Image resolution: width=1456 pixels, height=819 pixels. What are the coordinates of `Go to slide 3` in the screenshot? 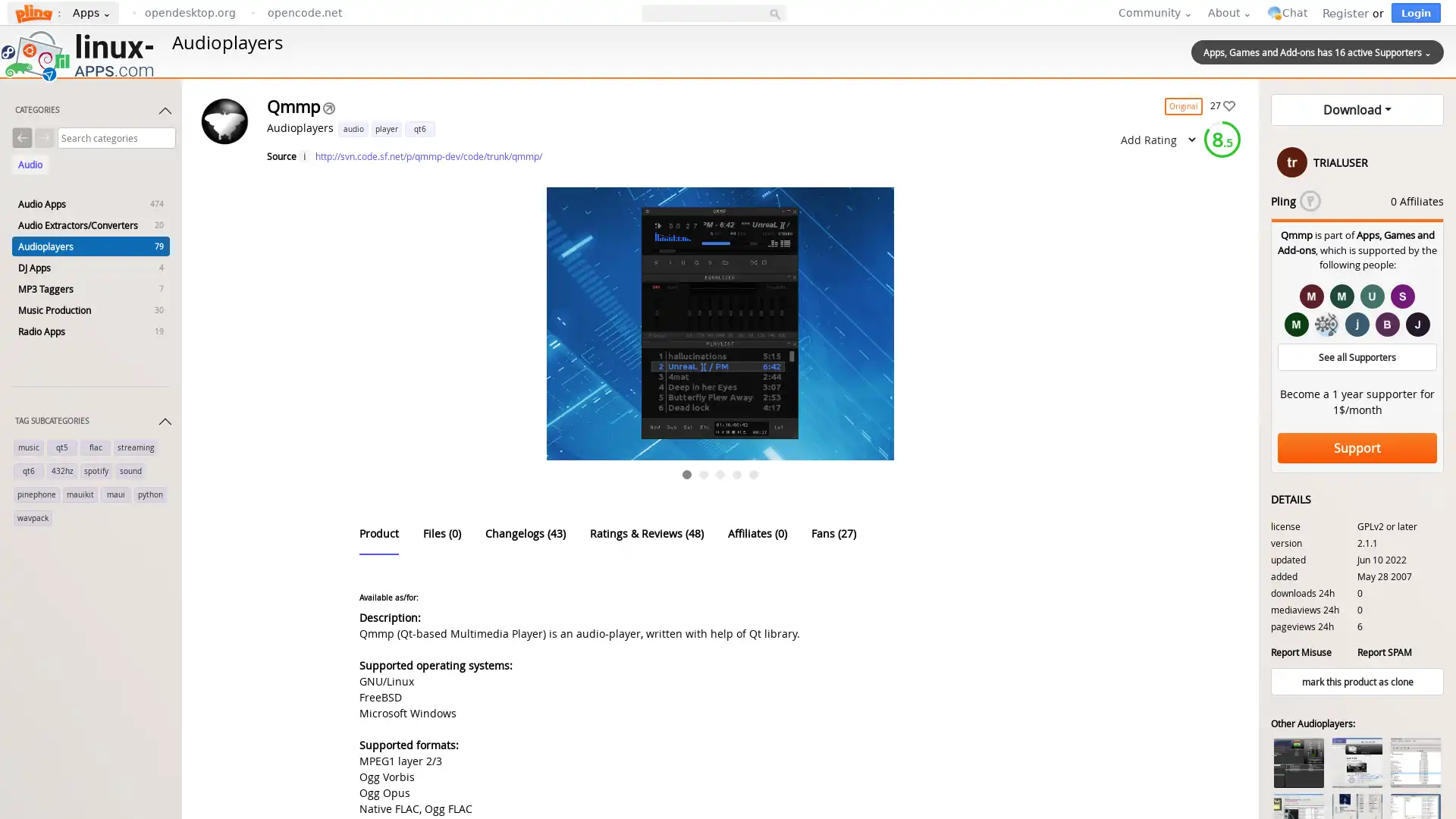 It's located at (720, 473).